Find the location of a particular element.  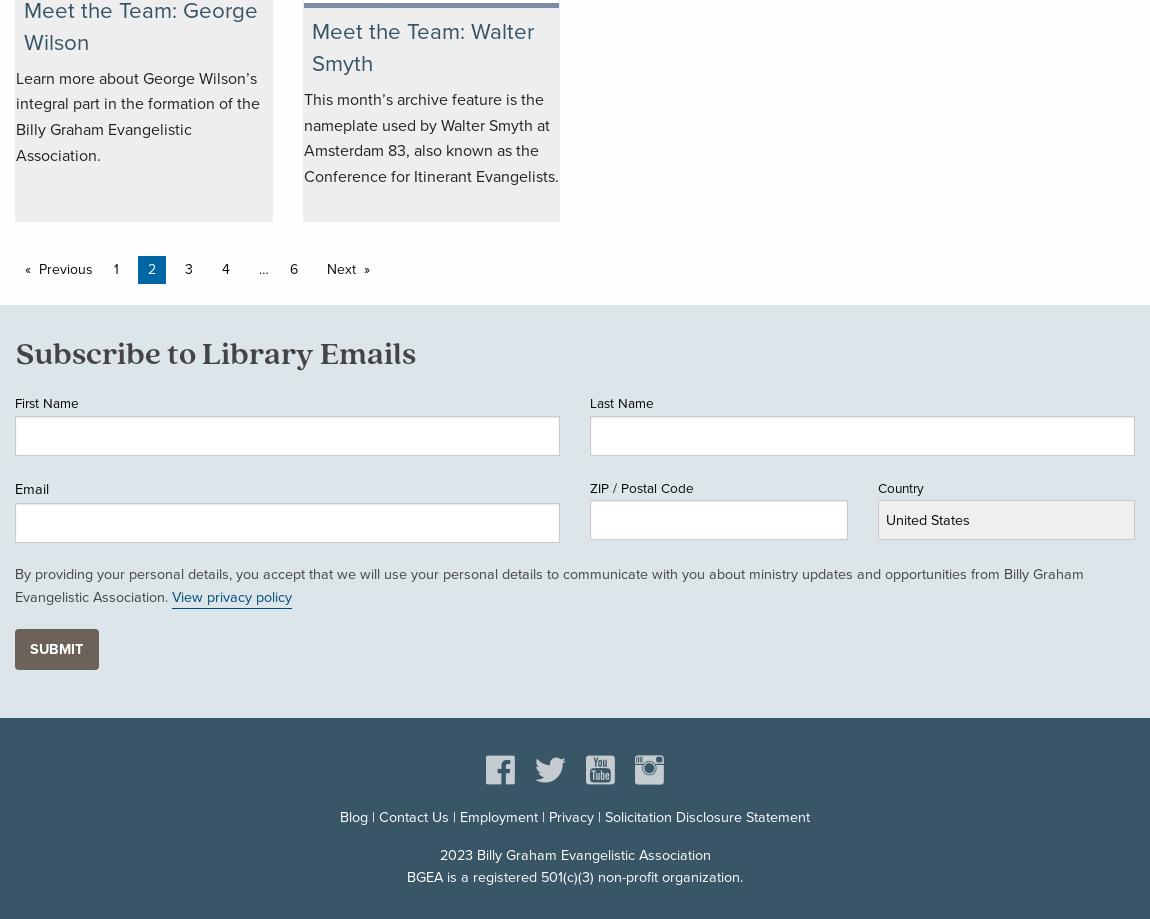

'ZIP / Postal Code' is located at coordinates (641, 485).